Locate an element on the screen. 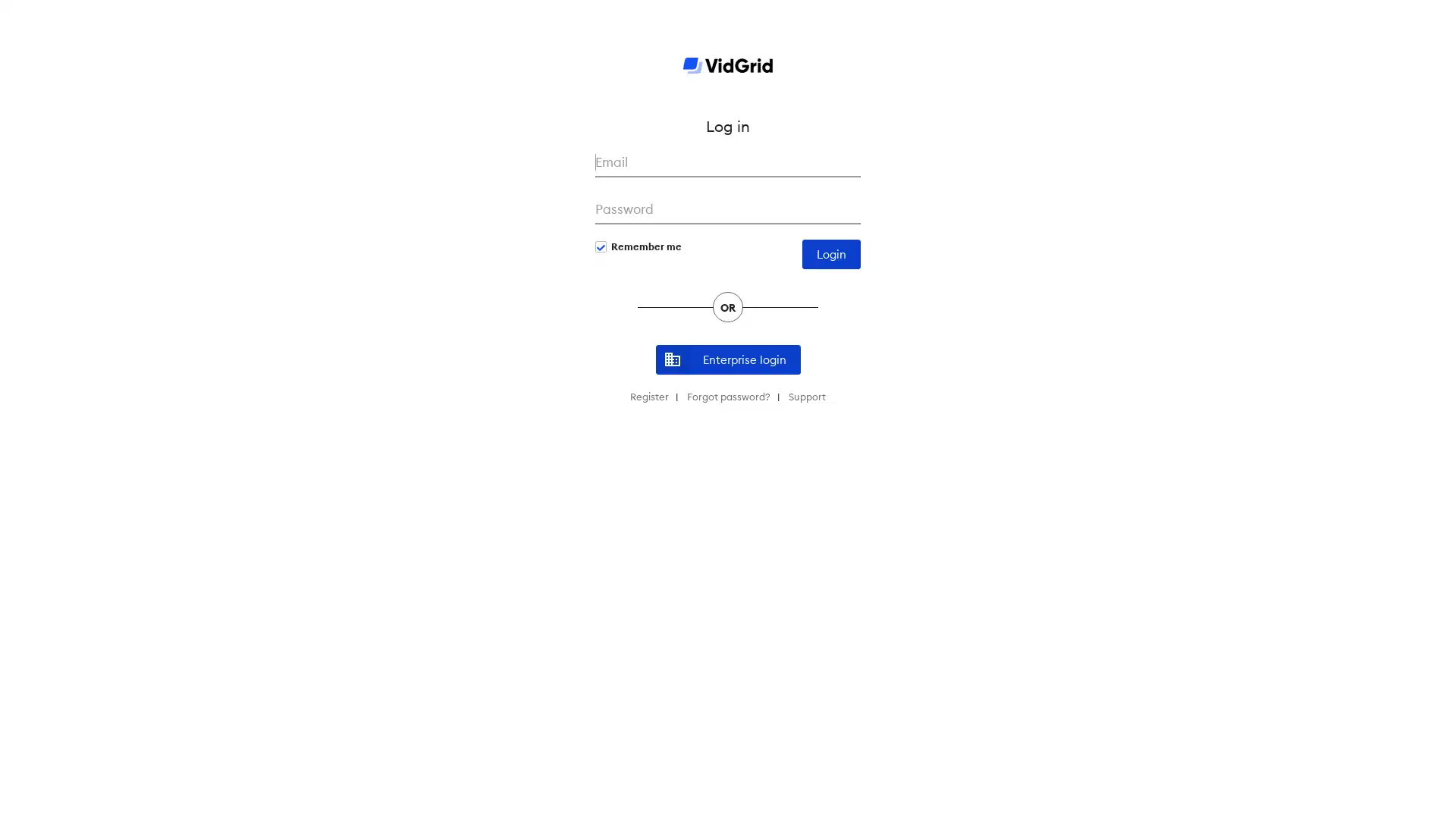  Enterprise login is located at coordinates (726, 359).